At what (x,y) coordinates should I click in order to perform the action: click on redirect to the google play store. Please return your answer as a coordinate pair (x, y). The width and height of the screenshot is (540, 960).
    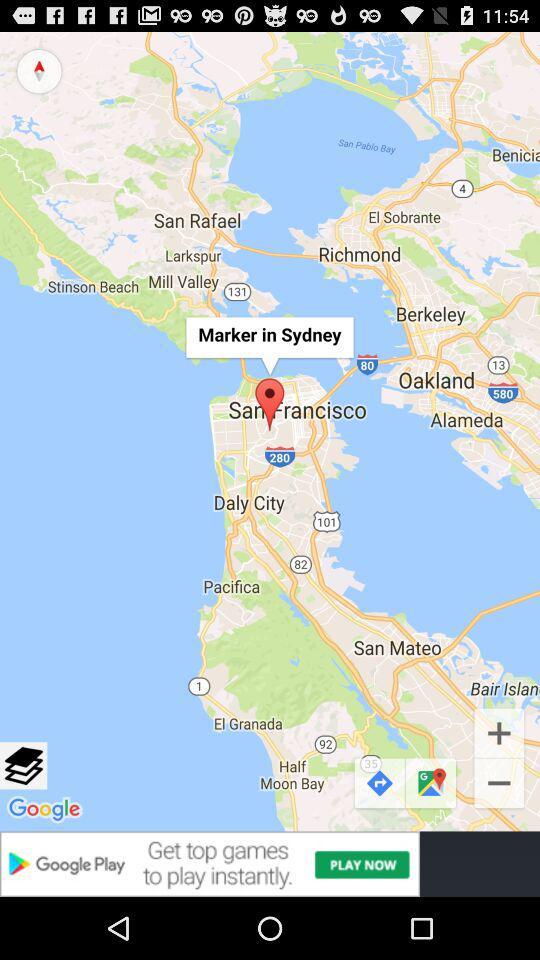
    Looking at the image, I should click on (270, 863).